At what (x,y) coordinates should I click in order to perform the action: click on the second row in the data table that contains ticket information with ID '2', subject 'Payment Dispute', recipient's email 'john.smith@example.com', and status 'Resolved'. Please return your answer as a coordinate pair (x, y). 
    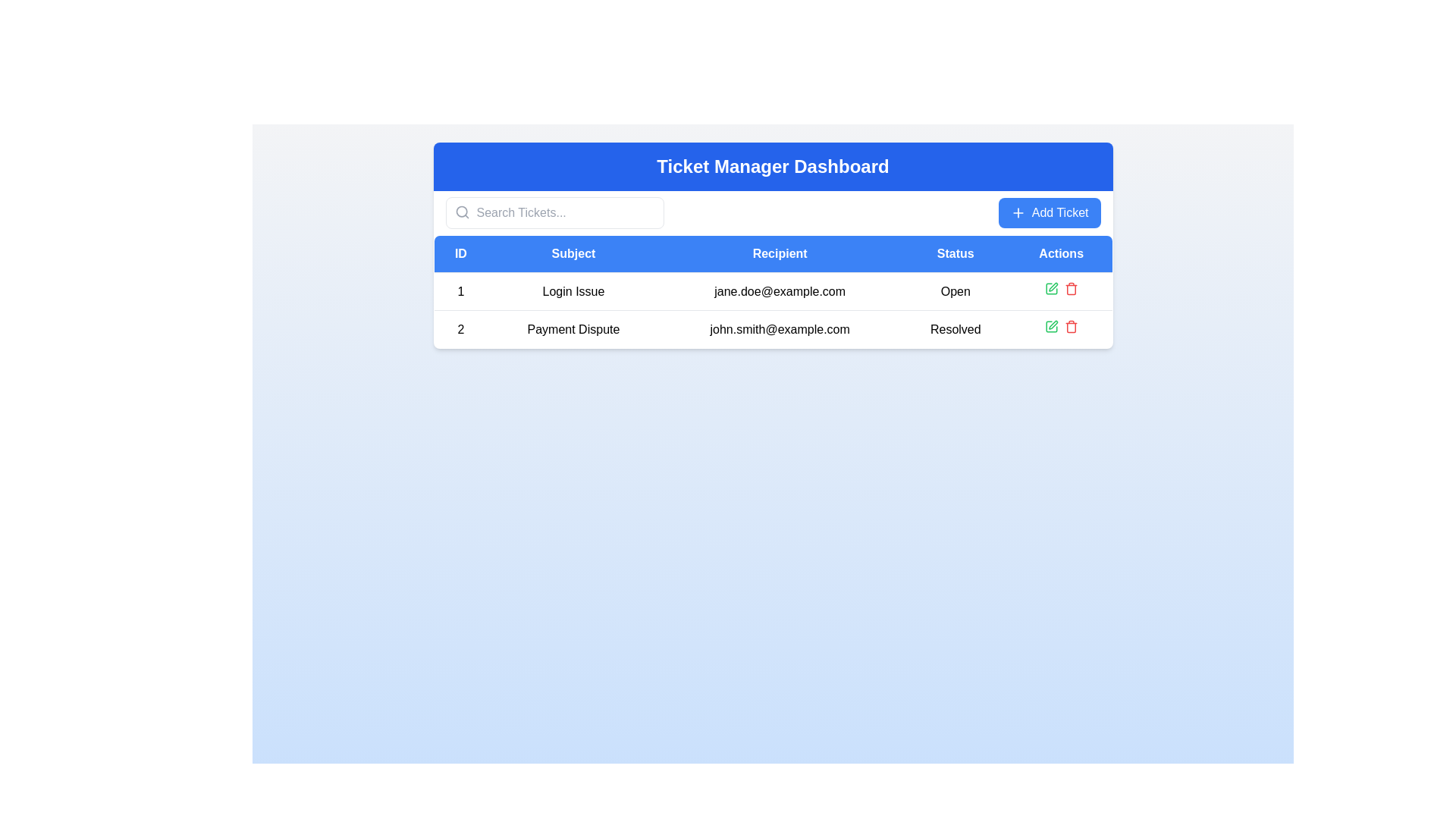
    Looking at the image, I should click on (773, 309).